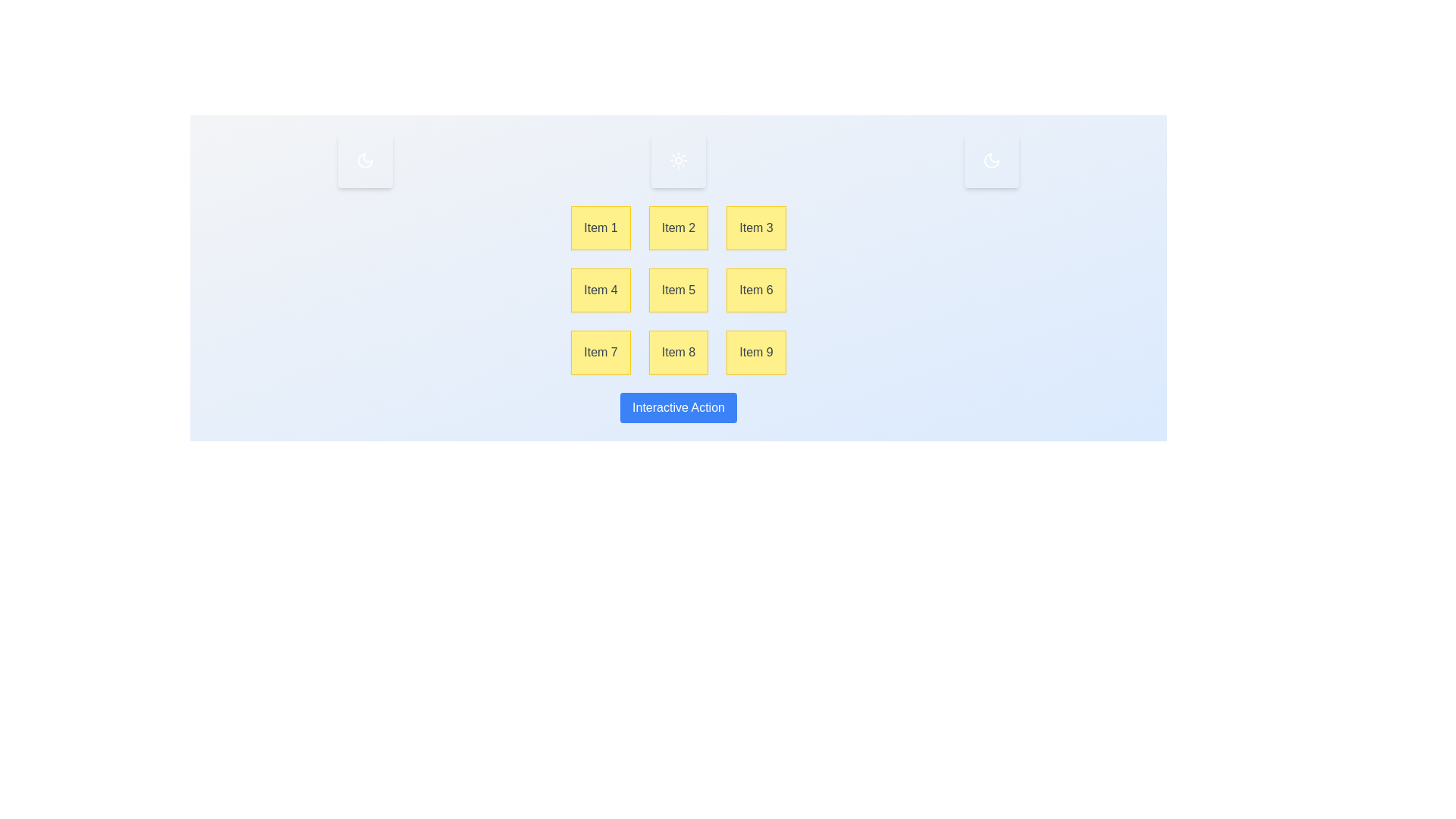  What do you see at coordinates (756, 227) in the screenshot?
I see `the static text label displaying 'Item 3', located in the first row and last column of the item grid` at bounding box center [756, 227].